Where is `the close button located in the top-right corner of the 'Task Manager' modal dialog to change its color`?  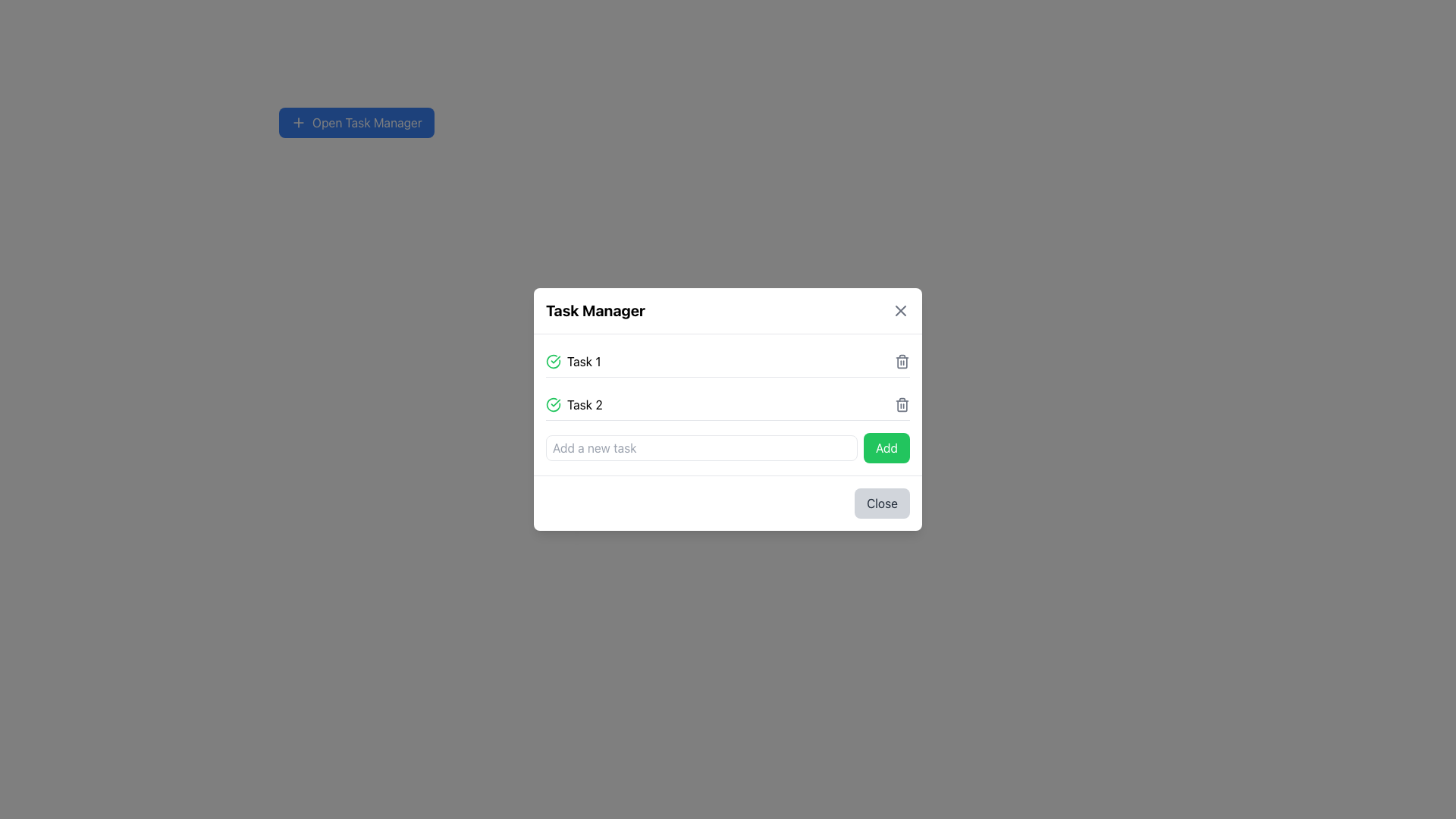 the close button located in the top-right corner of the 'Task Manager' modal dialog to change its color is located at coordinates (901, 309).